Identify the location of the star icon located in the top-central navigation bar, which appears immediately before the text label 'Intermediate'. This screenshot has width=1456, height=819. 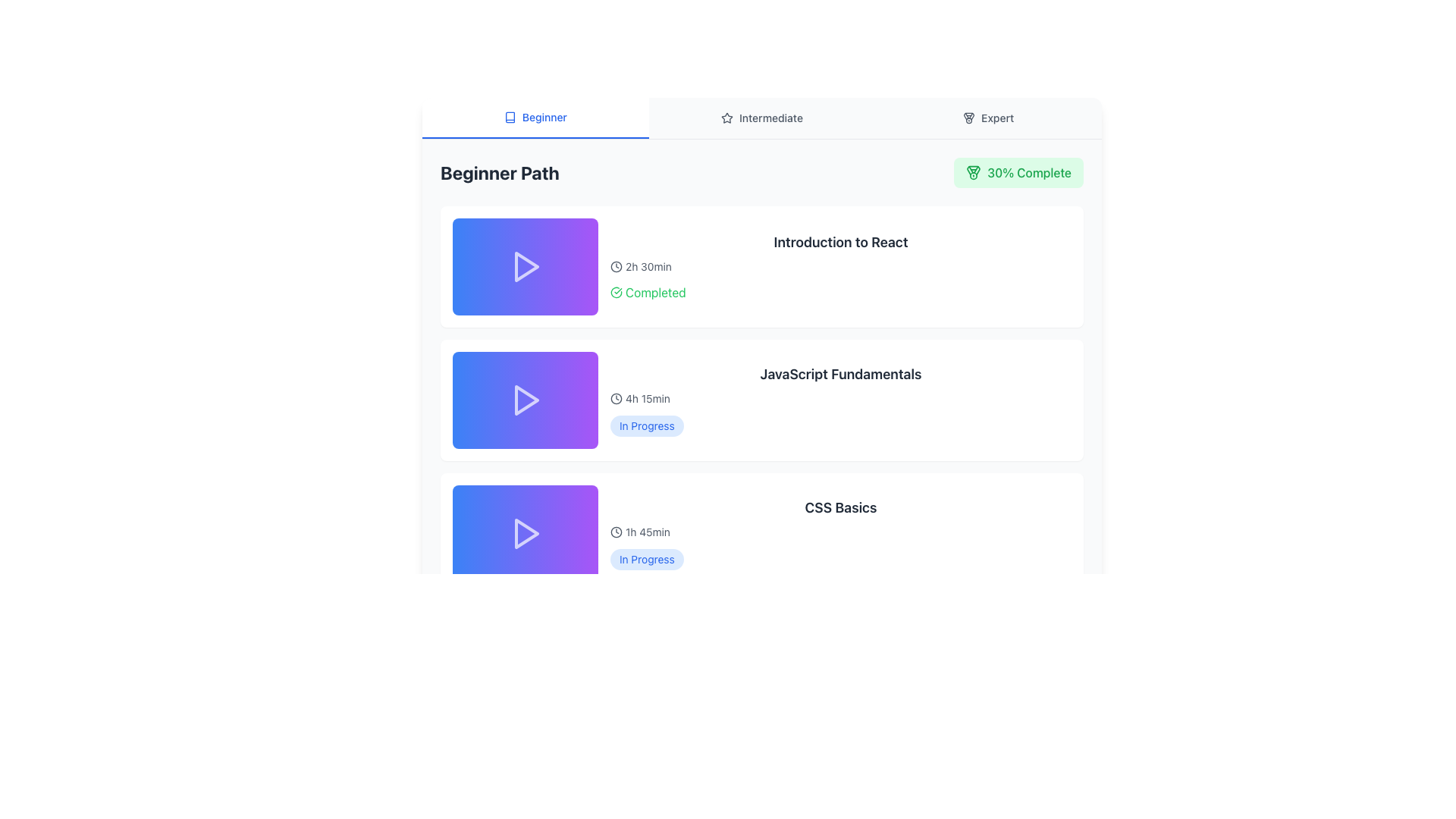
(726, 117).